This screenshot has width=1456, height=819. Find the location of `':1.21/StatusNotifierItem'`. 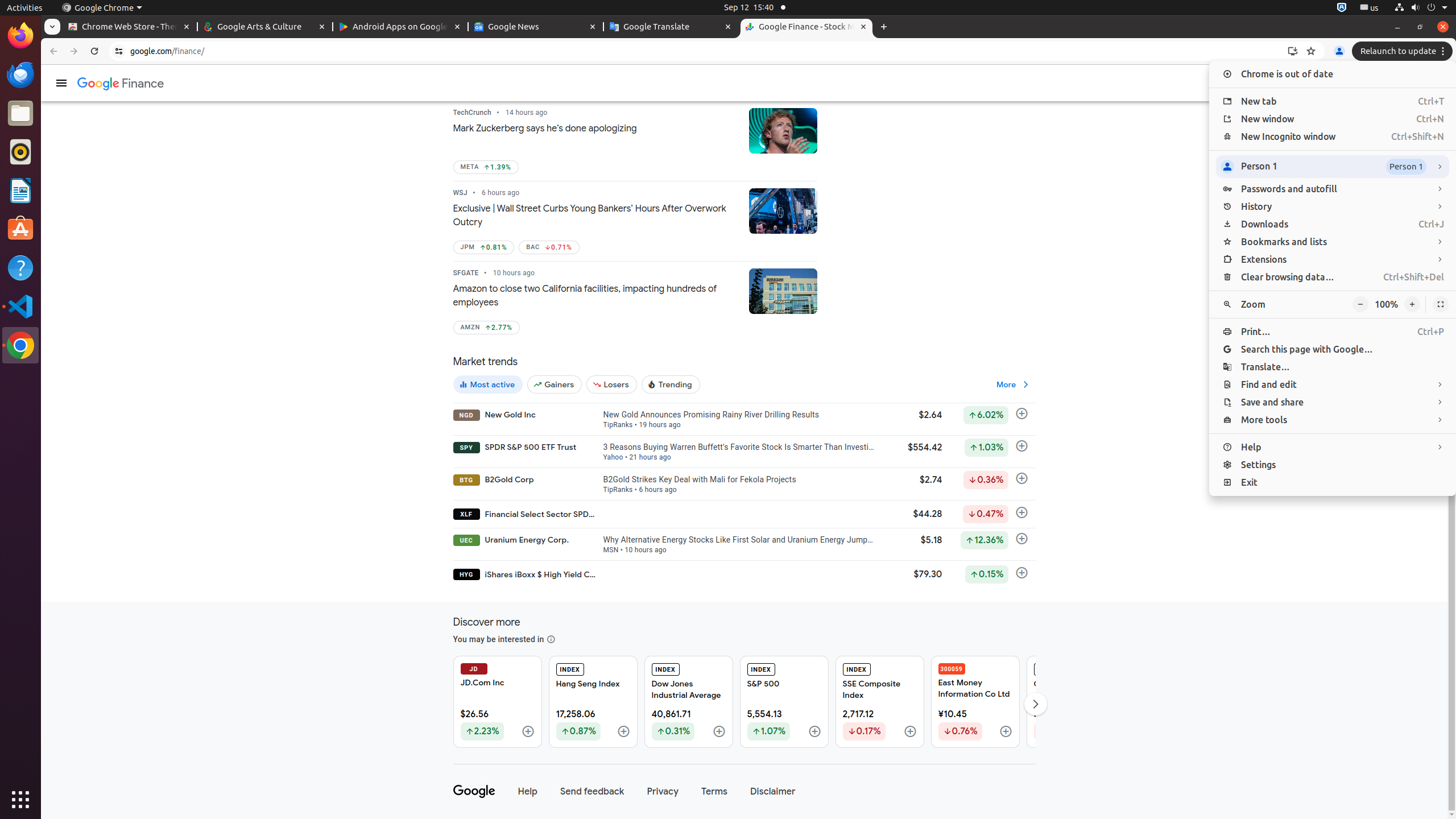

':1.21/StatusNotifierItem' is located at coordinates (1368, 7).